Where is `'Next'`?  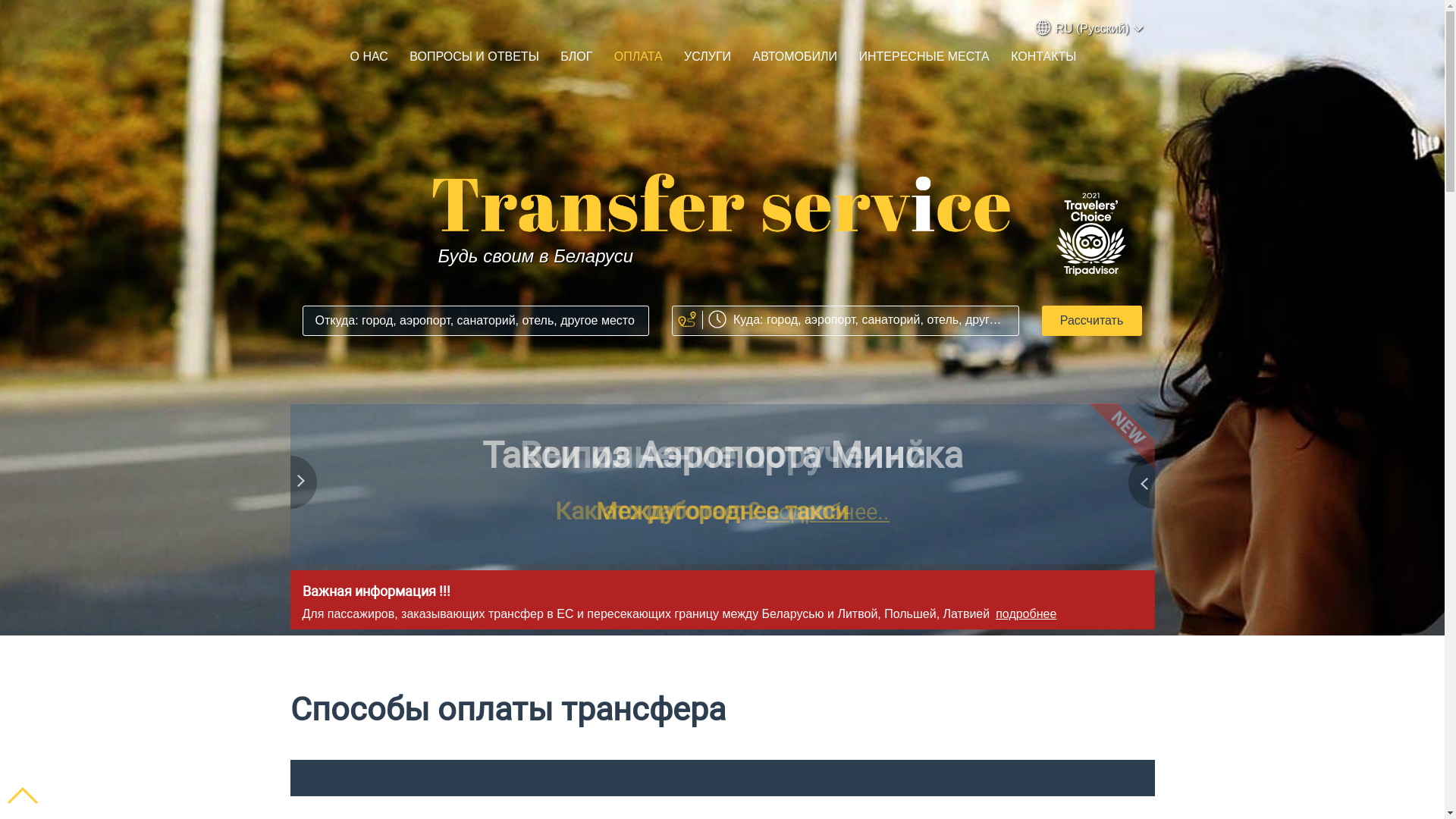 'Next' is located at coordinates (1139, 485).